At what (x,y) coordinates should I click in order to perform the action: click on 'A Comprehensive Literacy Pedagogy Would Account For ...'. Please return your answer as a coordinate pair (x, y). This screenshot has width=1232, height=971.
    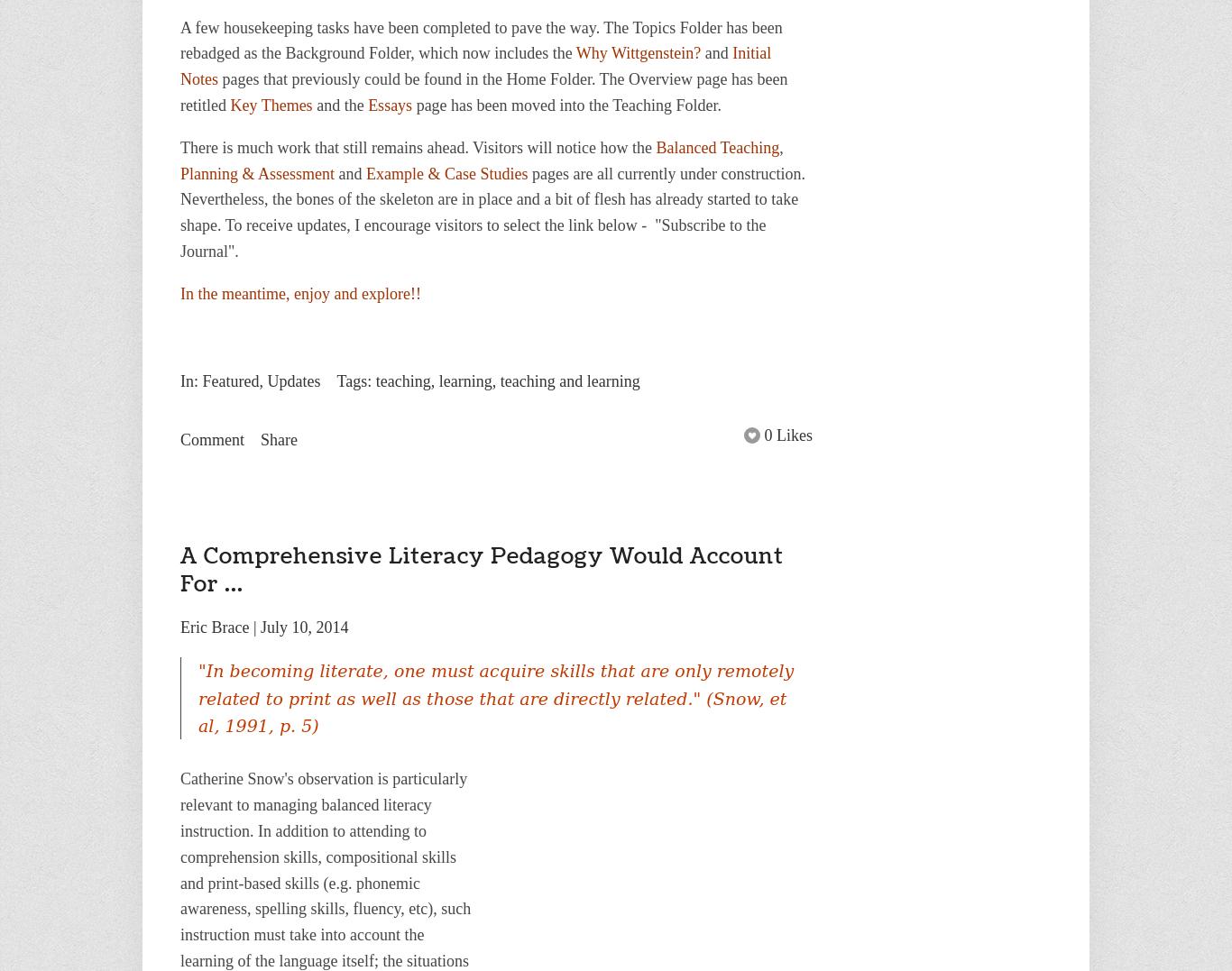
    Looking at the image, I should click on (482, 570).